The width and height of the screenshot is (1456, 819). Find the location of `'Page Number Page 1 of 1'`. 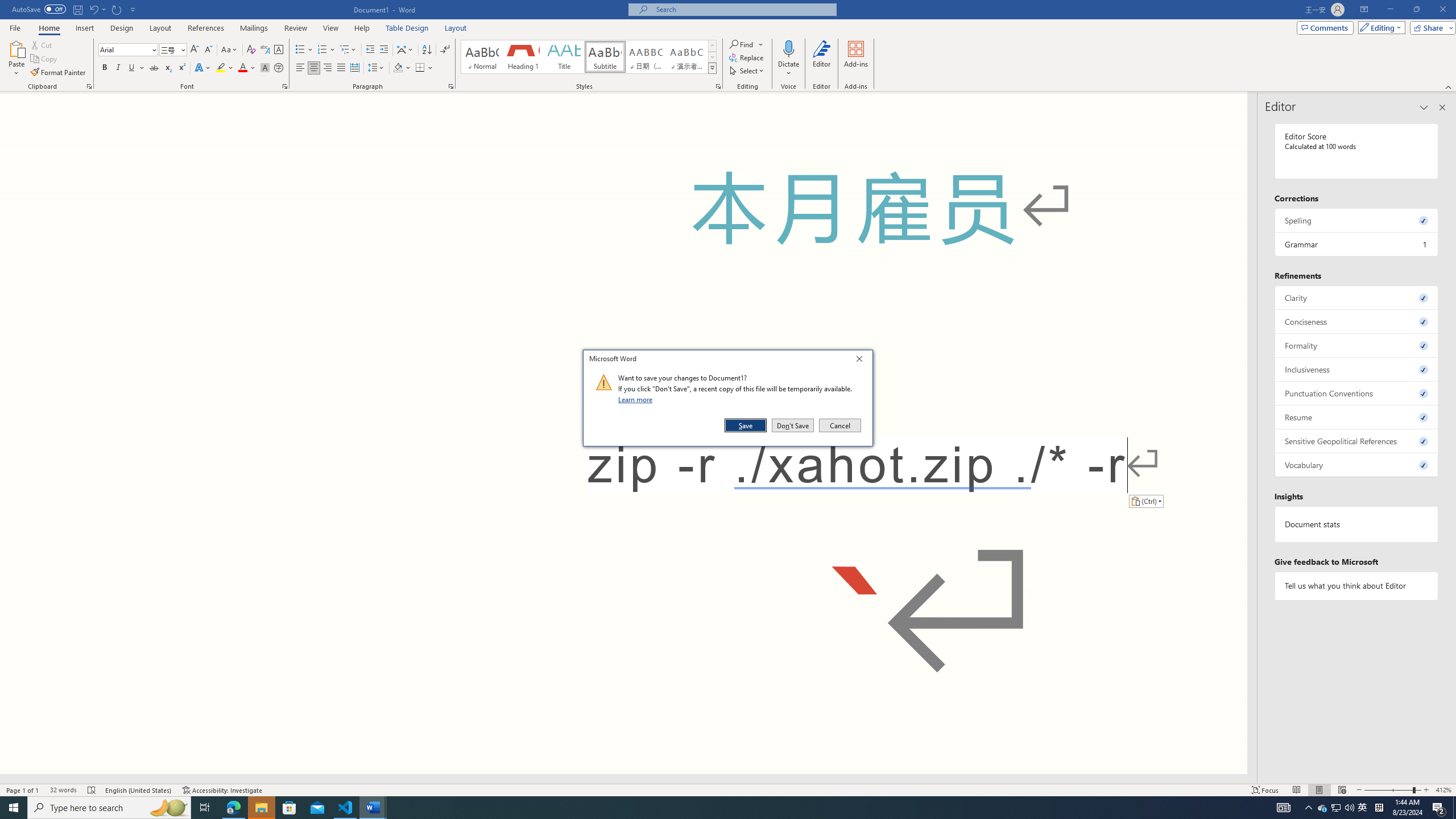

'Page Number Page 1 of 1' is located at coordinates (23, 790).